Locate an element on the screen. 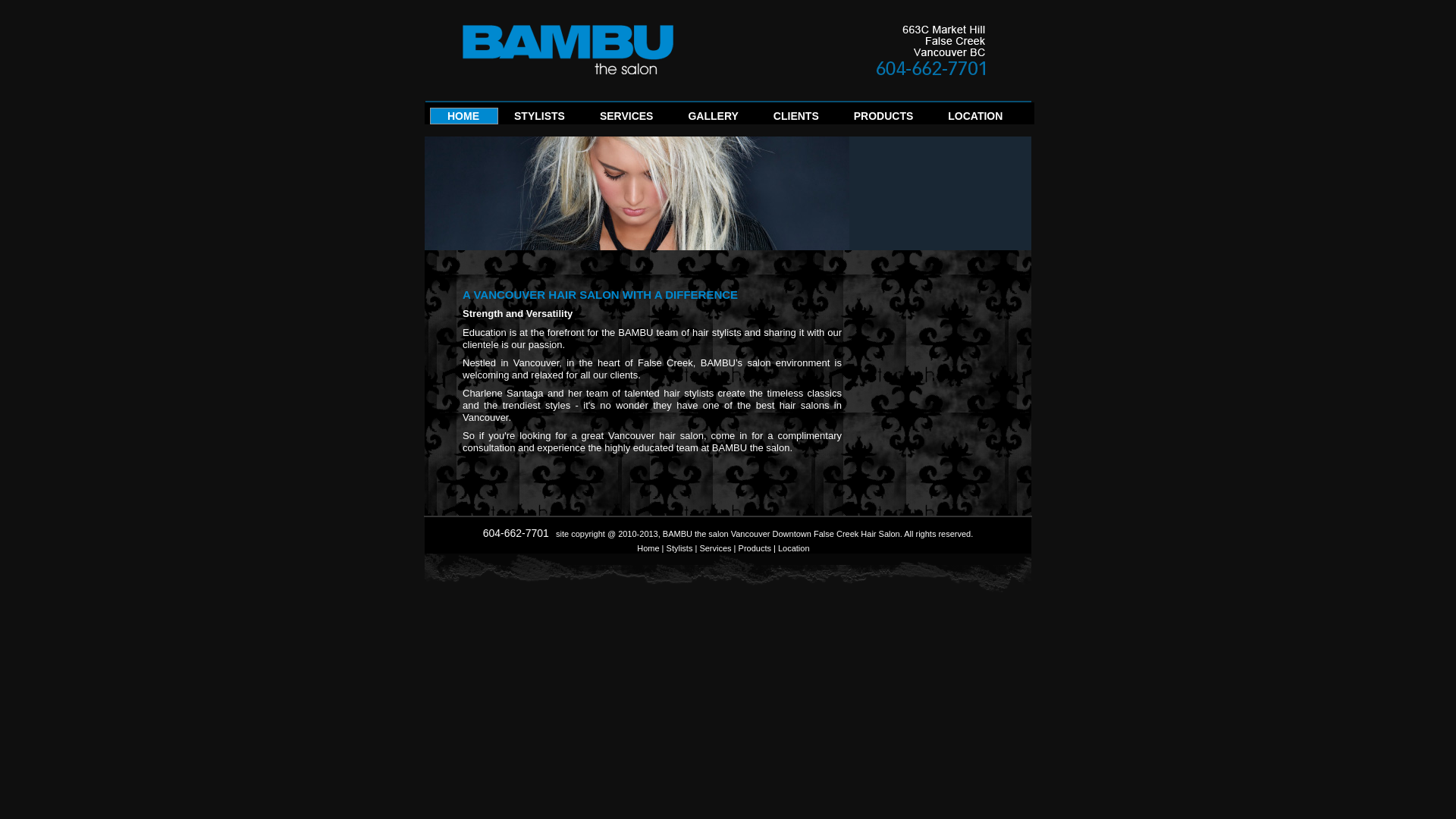  'Vancouver Downtown False Creek Hair Salon' is located at coordinates (814, 533).